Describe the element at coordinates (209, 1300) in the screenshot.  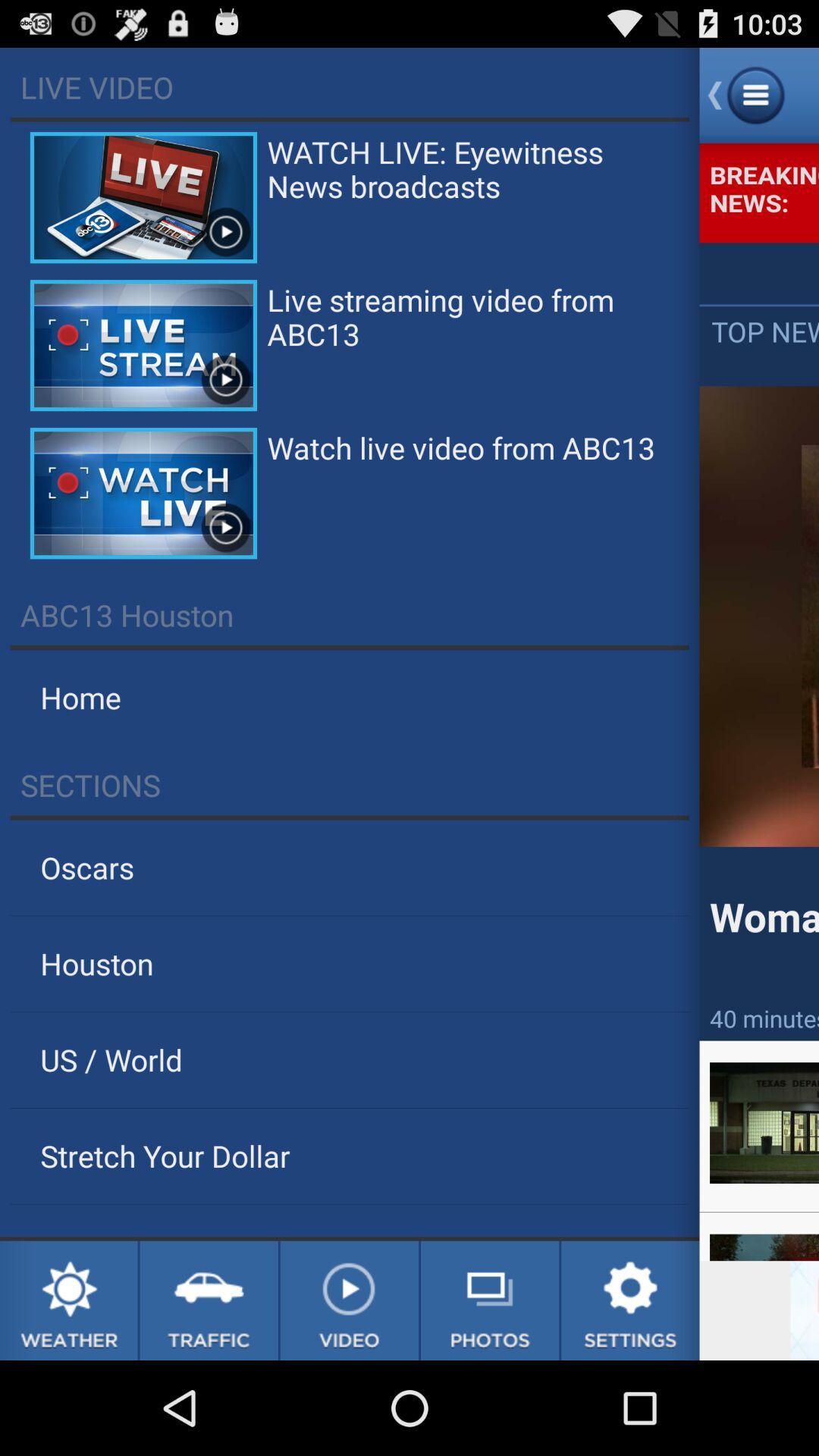
I see `switch tab` at that location.